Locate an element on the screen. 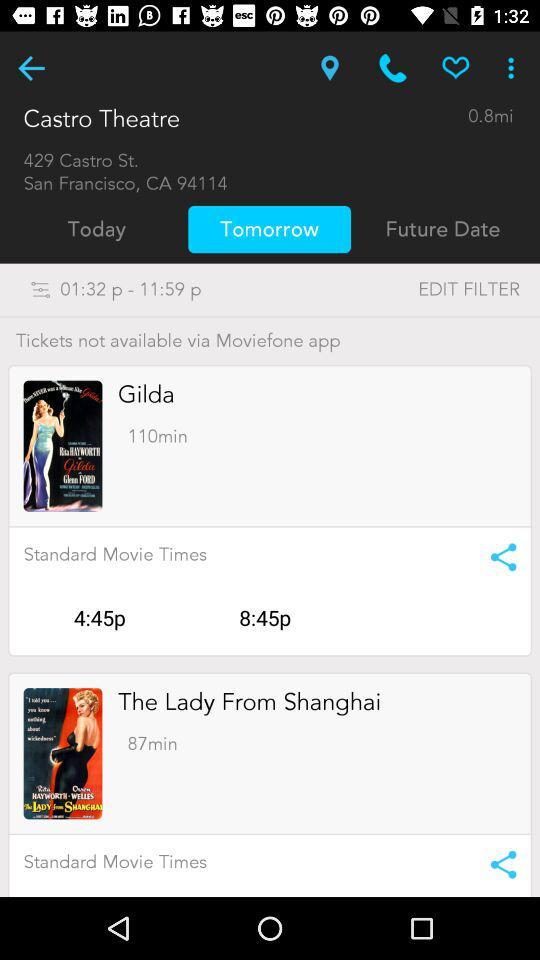 This screenshot has width=540, height=960. share info is located at coordinates (496, 863).